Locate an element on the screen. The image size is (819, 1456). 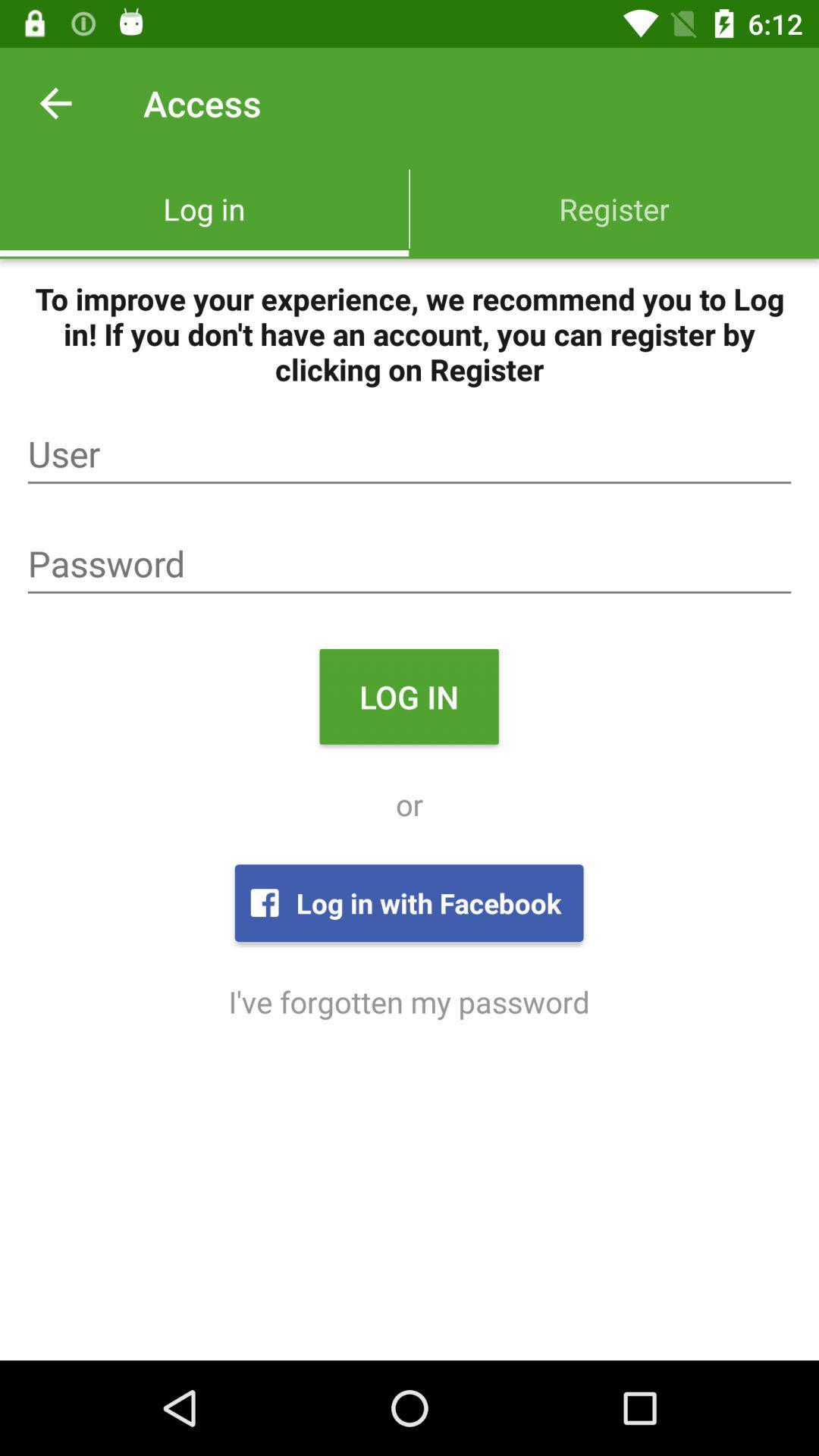
icon next to the access icon is located at coordinates (55, 102).